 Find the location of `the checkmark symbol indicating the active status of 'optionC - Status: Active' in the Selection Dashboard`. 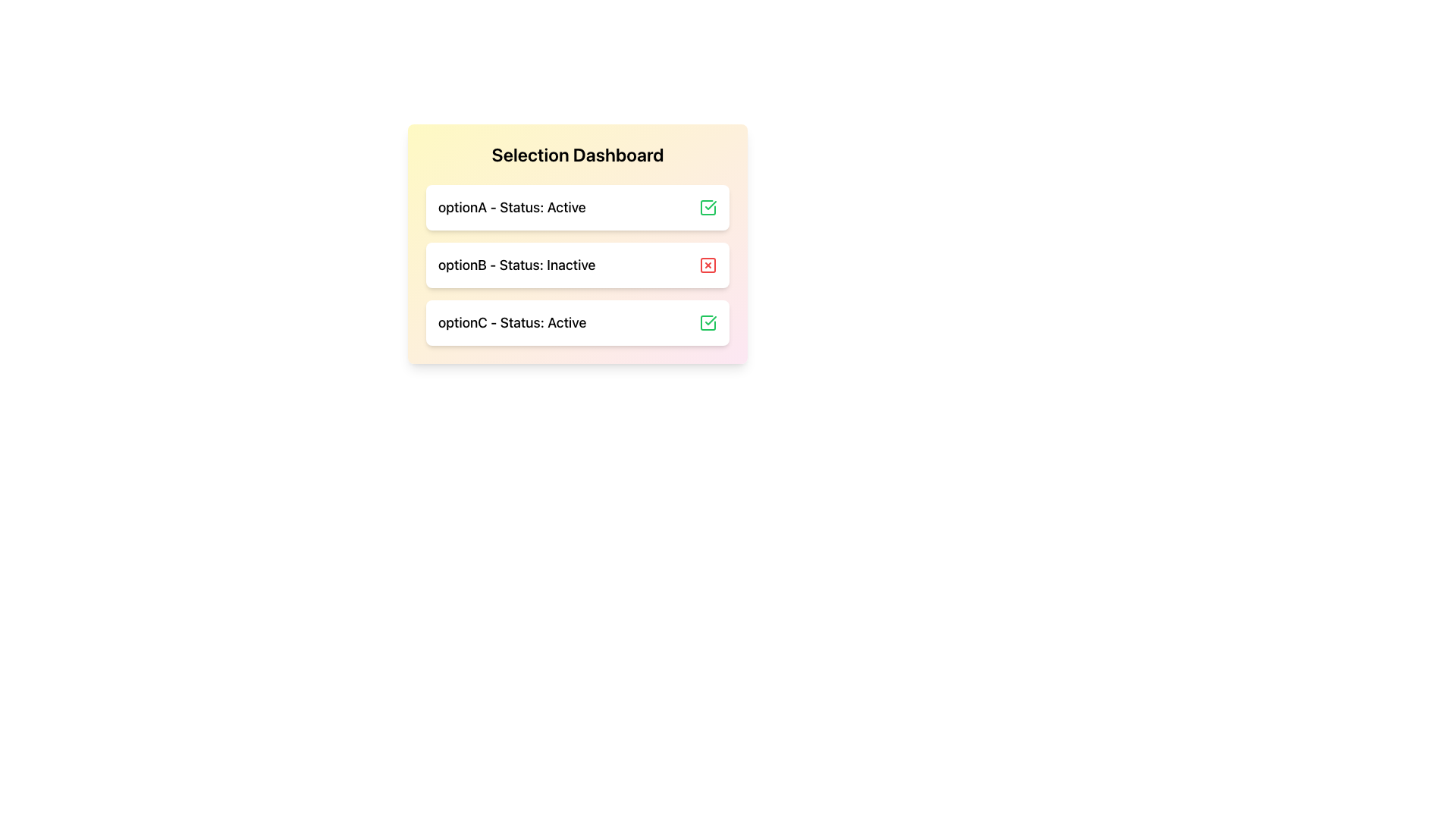

the checkmark symbol indicating the active status of 'optionC - Status: Active' in the Selection Dashboard is located at coordinates (710, 205).